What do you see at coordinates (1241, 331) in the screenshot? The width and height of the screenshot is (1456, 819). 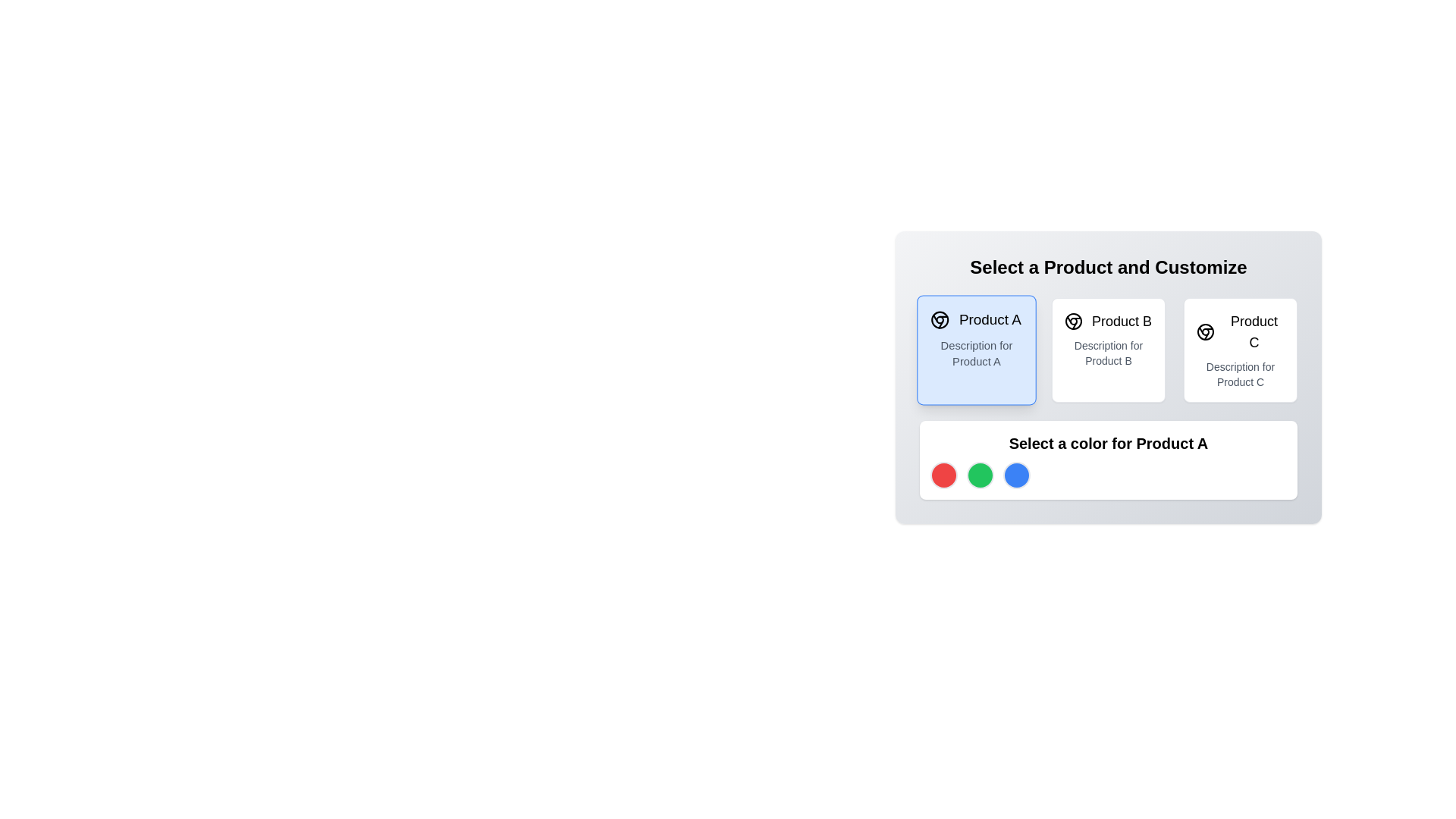 I see `the 'Product C' text label, which is displayed in bold, medium-sized font beside a browser icon within a white rectangular card in the 'Select a Product and Customize' section` at bounding box center [1241, 331].